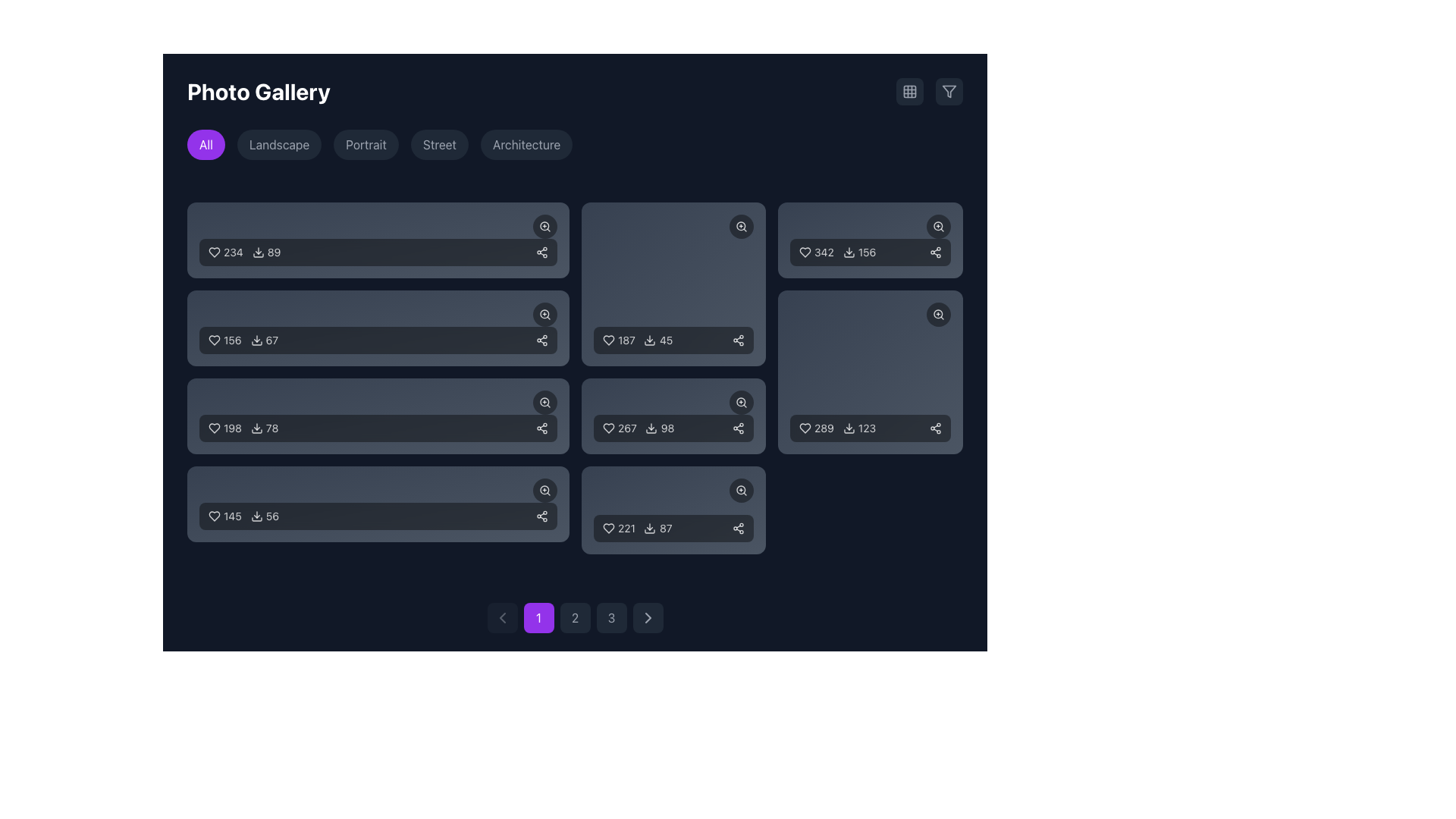  Describe the element at coordinates (214, 251) in the screenshot. I see `the heart-shaped icon located in the top-left corner of the grid layout` at that location.